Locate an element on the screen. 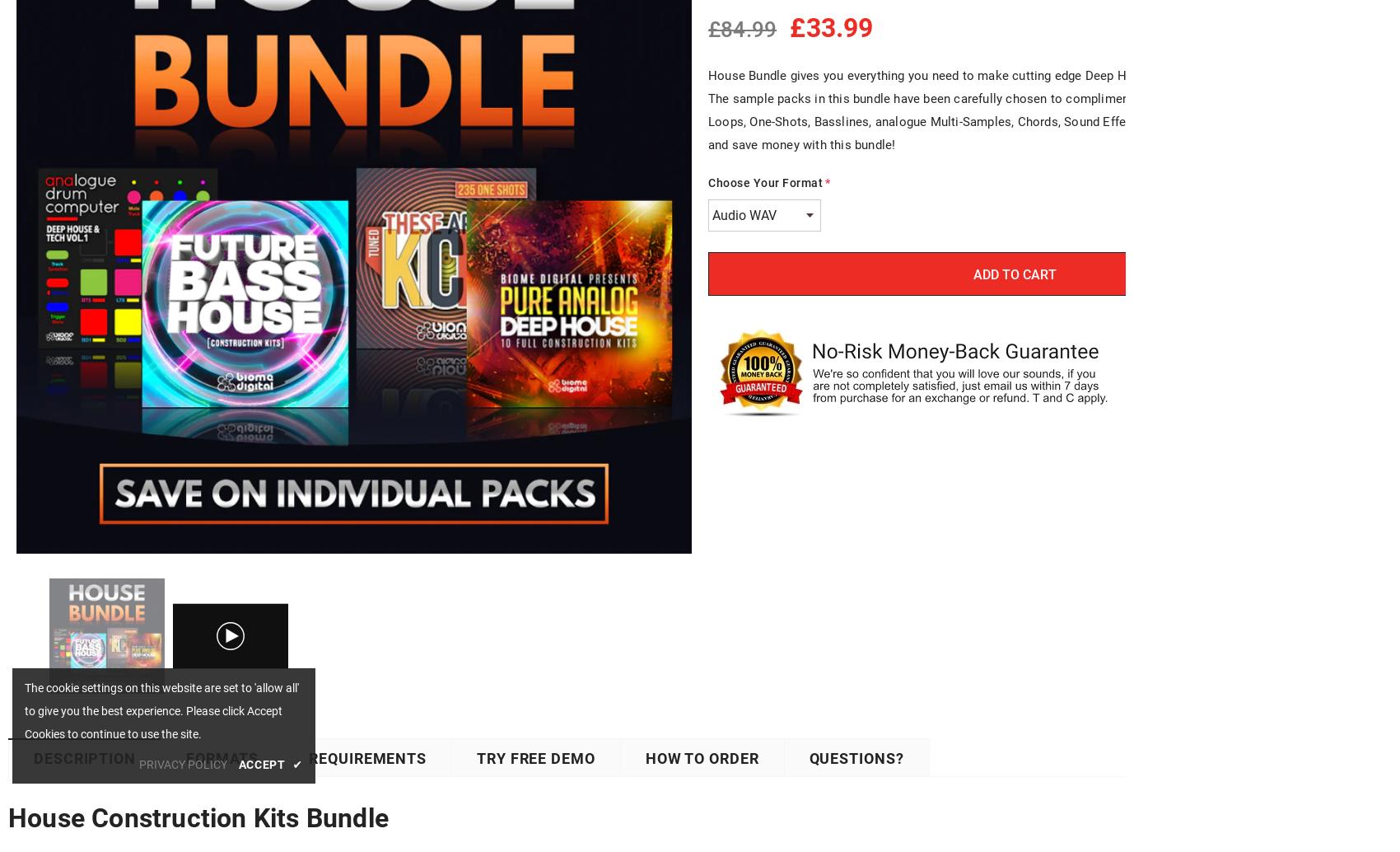 This screenshot has width=1400, height=852. 'Questions?' is located at coordinates (855, 757).